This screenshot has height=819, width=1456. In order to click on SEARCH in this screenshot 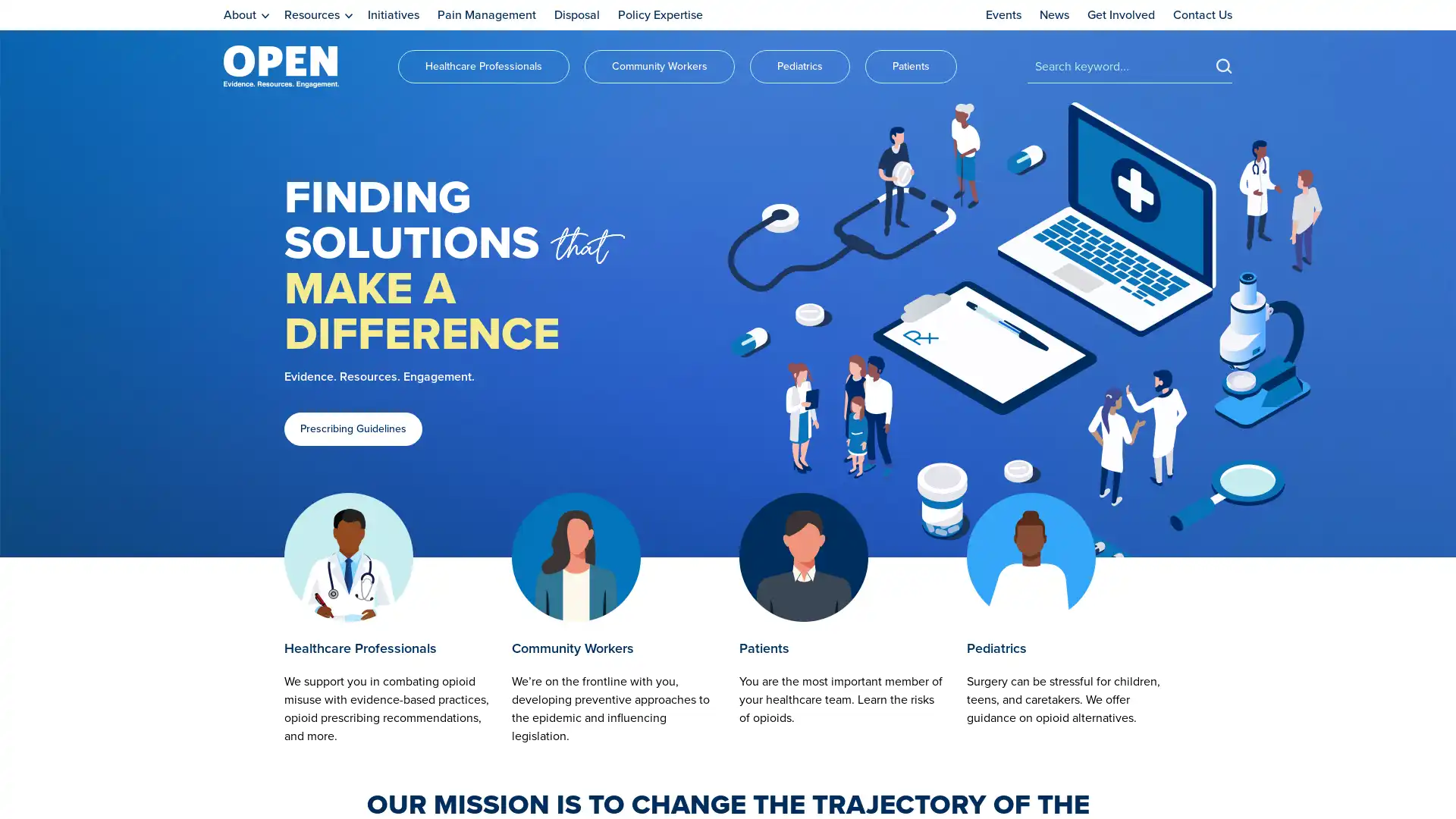, I will do `click(1224, 64)`.